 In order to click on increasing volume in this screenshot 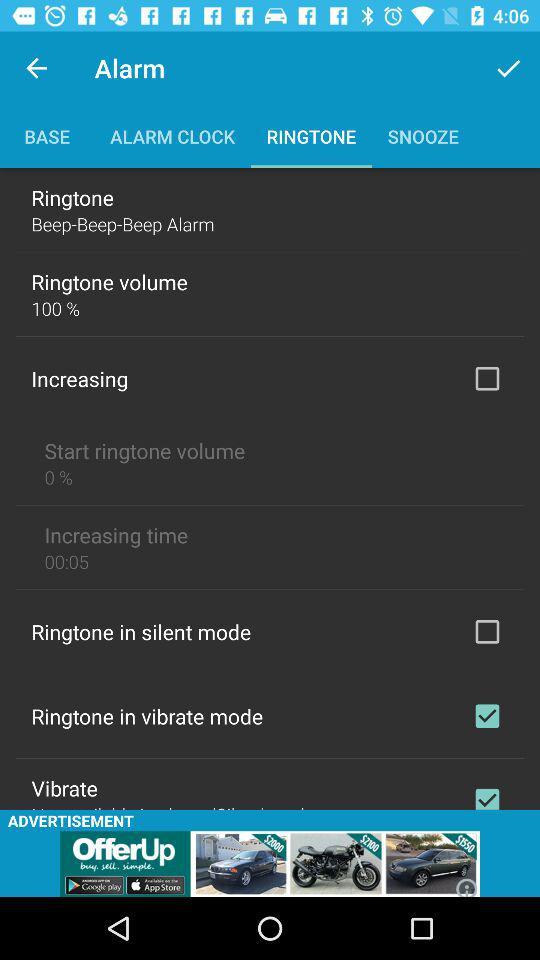, I will do `click(486, 377)`.